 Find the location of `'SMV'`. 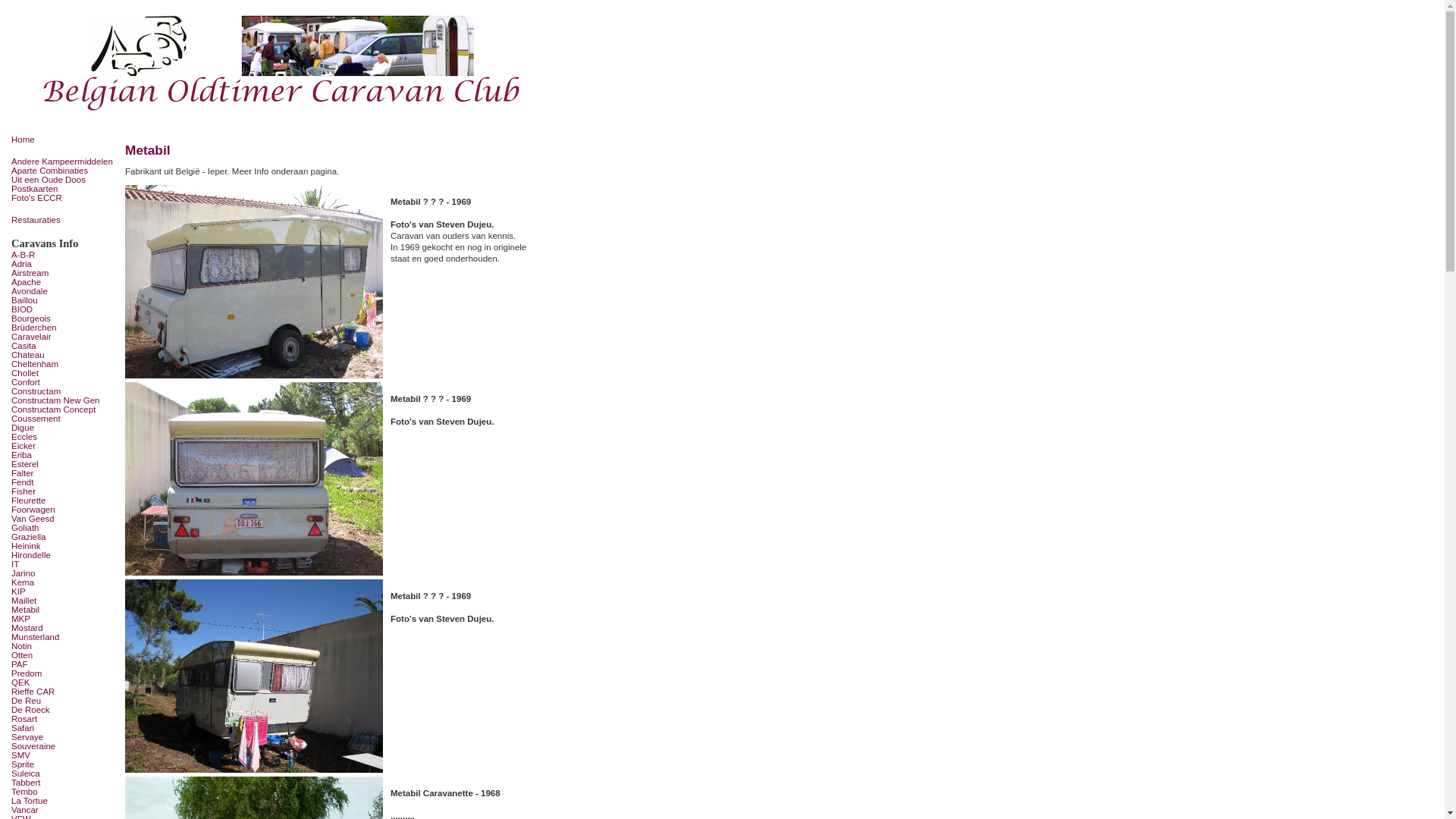

'SMV' is located at coordinates (64, 755).